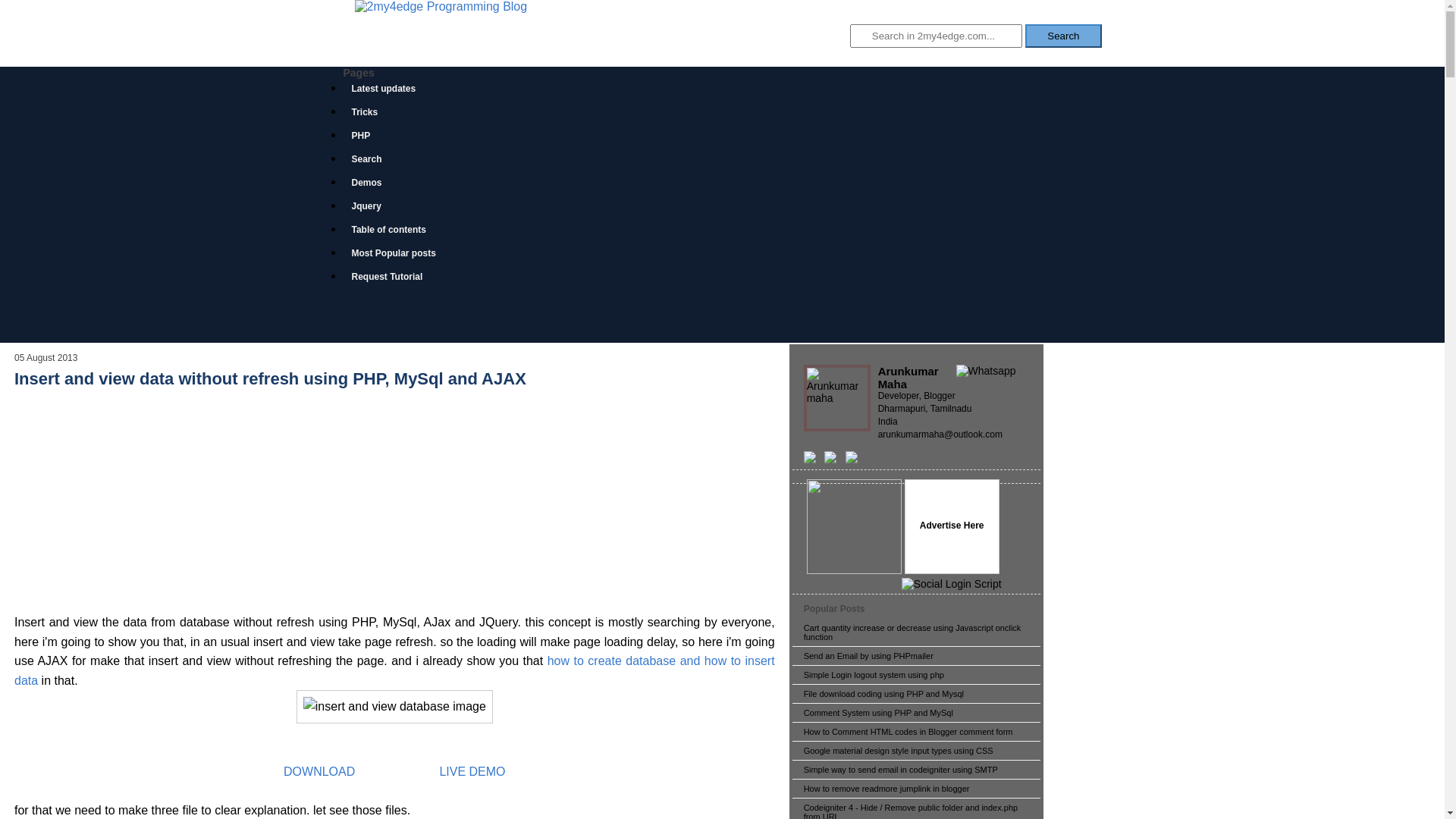 The image size is (1456, 819). I want to click on 'Google material design style input types using CSS', so click(899, 751).